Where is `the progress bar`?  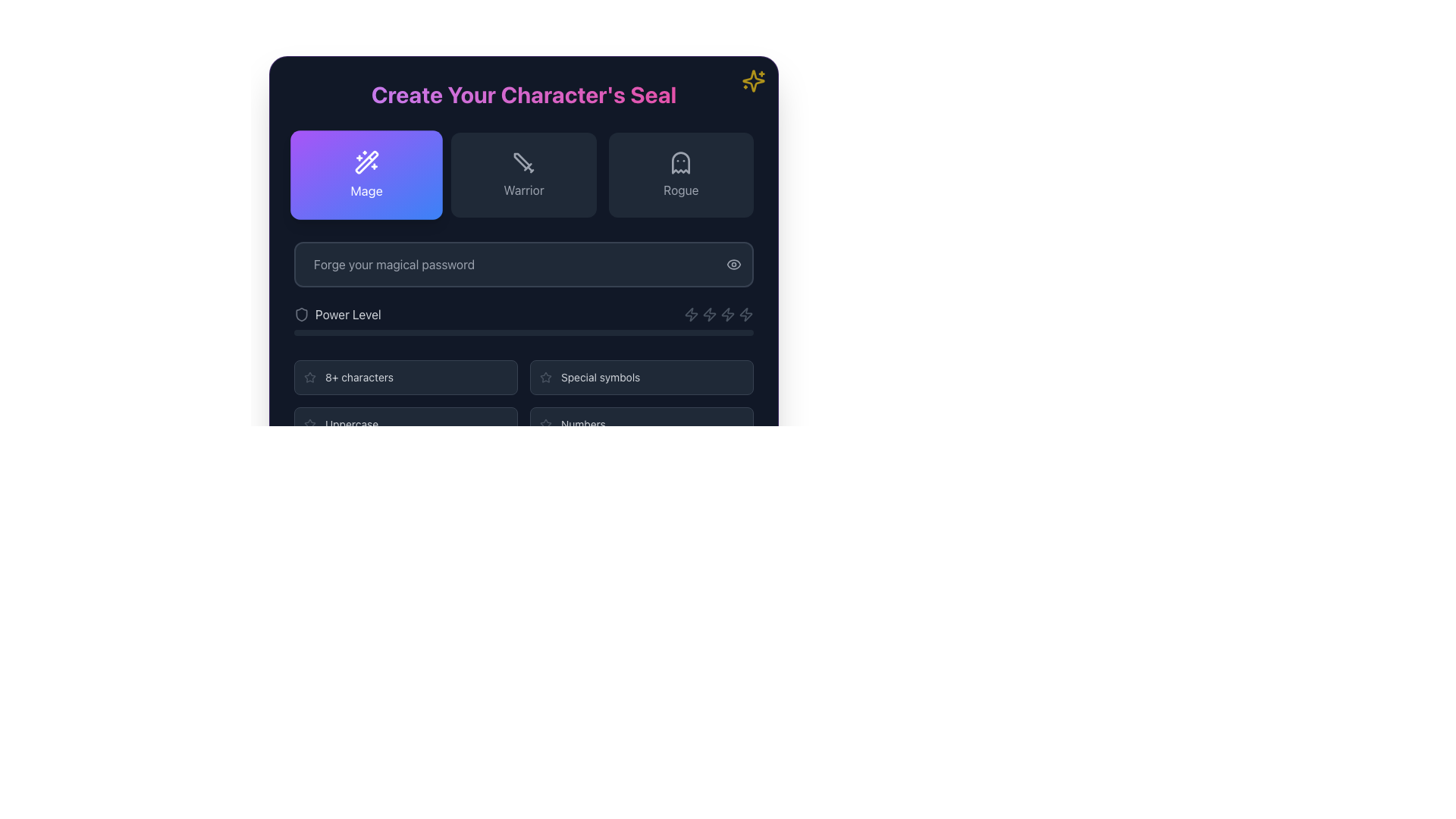
the progress bar is located at coordinates (500, 332).